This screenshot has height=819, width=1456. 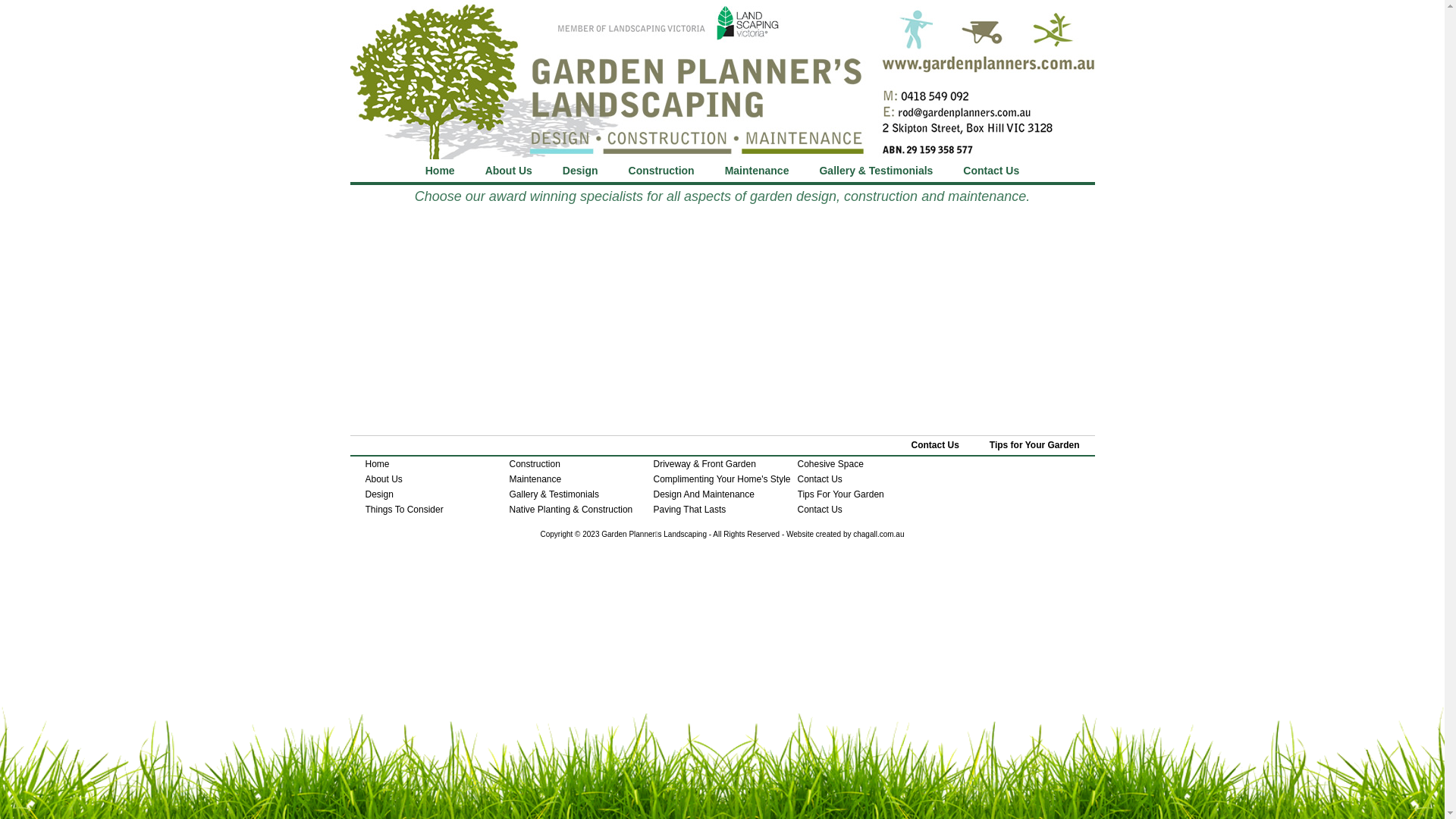 What do you see at coordinates (570, 509) in the screenshot?
I see `'Native Planting & Construction'` at bounding box center [570, 509].